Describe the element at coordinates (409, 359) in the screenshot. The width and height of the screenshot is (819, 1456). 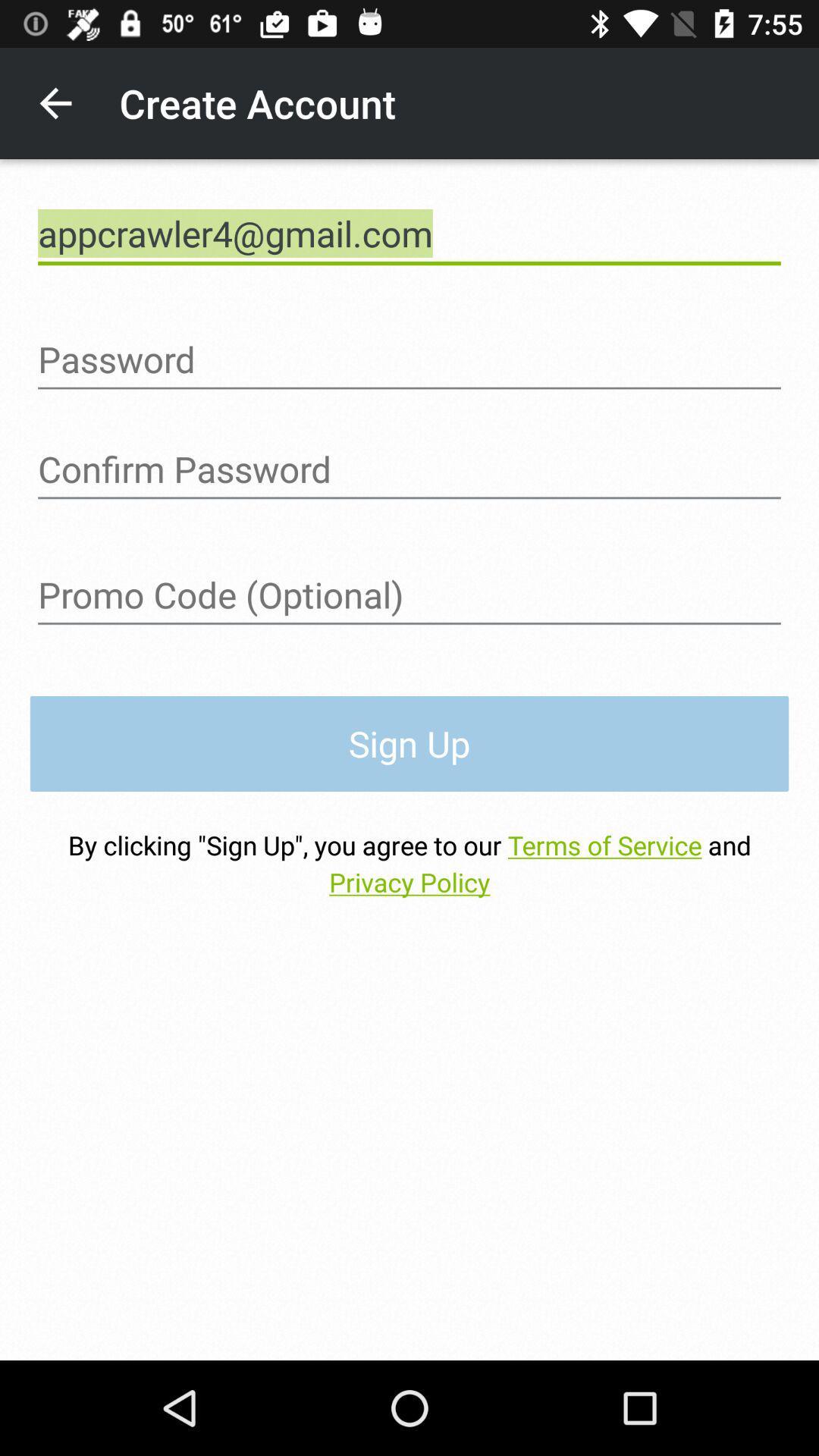
I see `password` at that location.